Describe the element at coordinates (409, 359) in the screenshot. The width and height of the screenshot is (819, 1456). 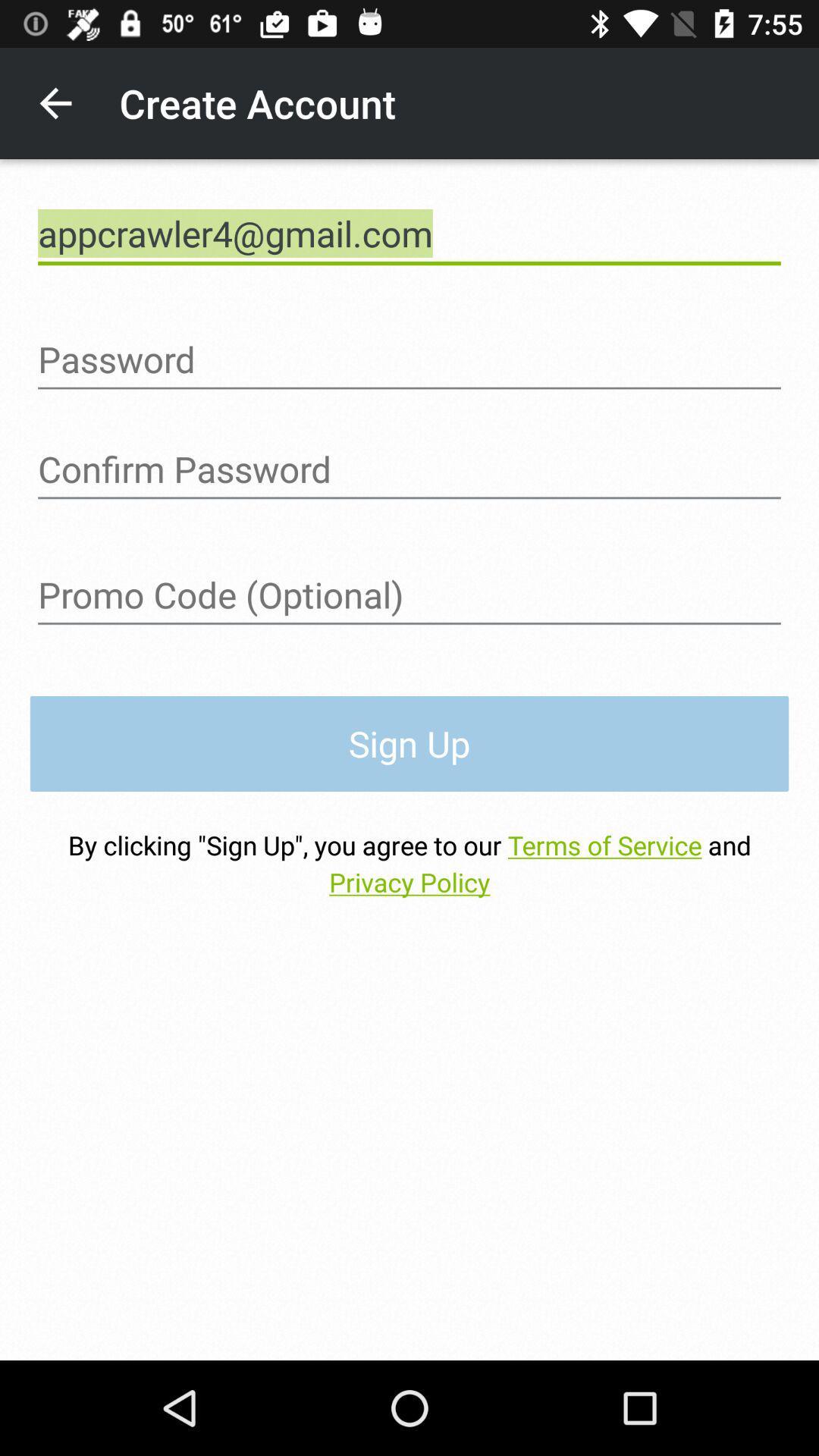
I see `password` at that location.